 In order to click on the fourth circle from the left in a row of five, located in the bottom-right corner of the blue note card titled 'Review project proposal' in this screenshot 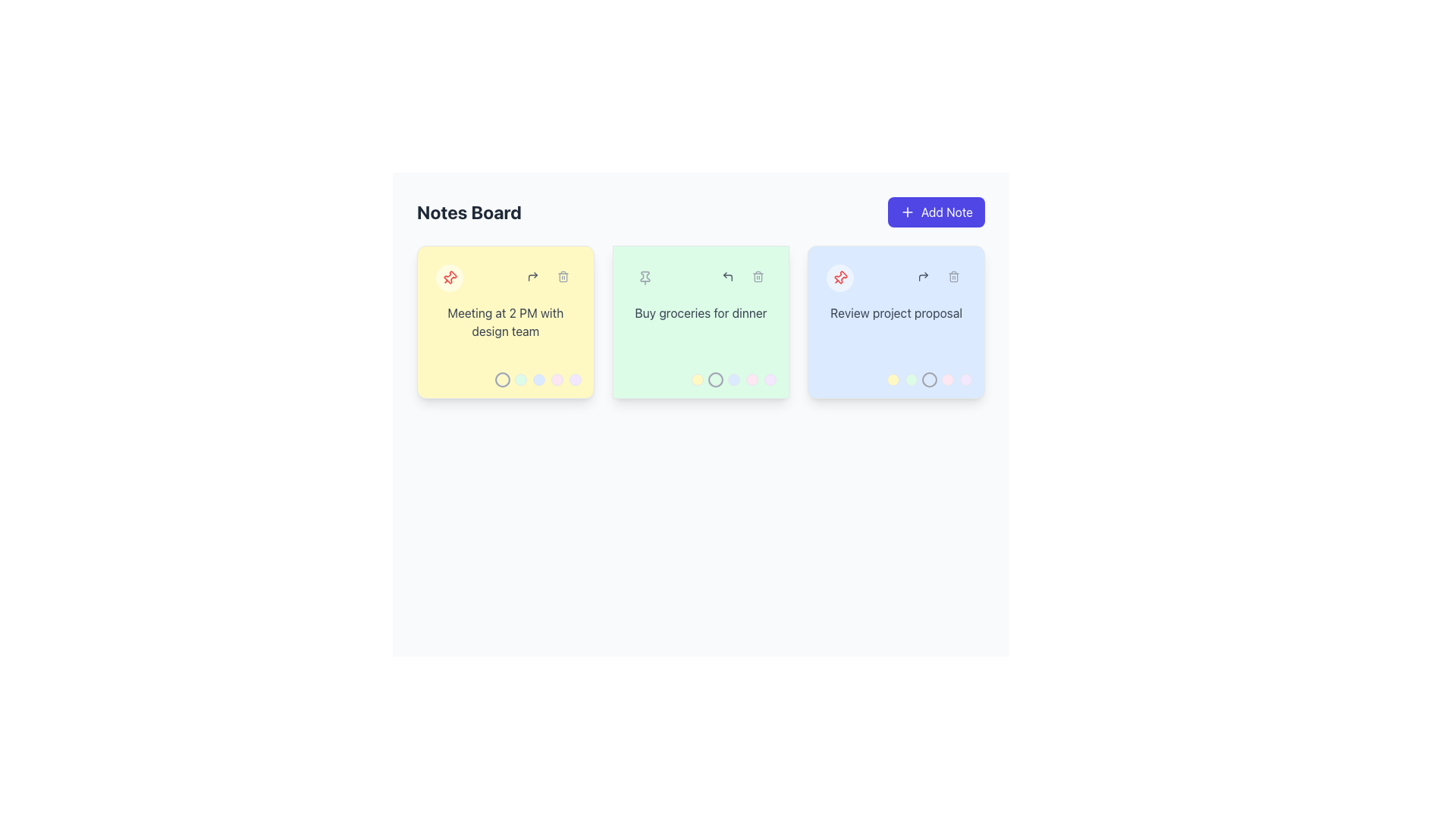, I will do `click(946, 379)`.